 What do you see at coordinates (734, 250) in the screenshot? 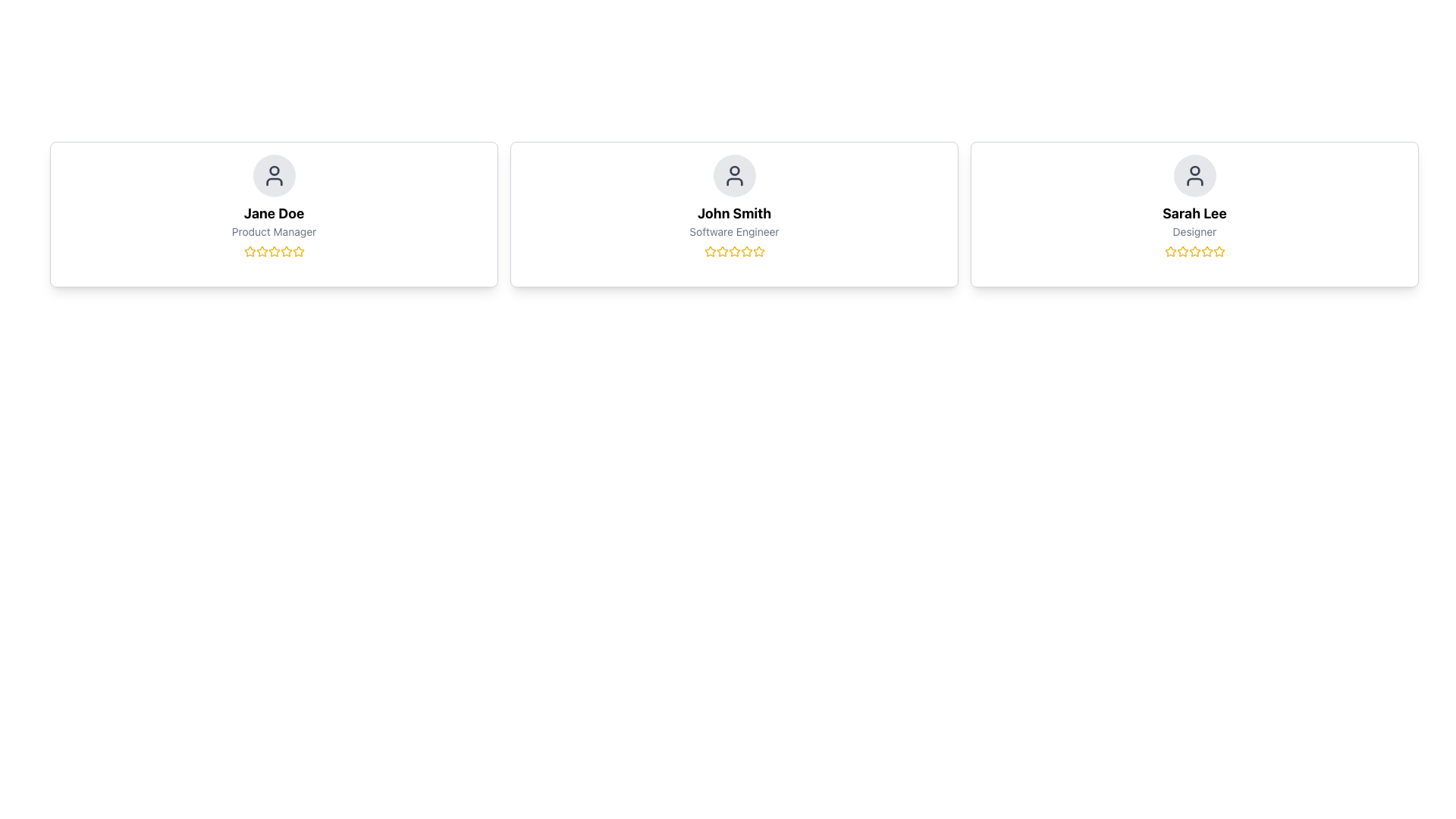
I see `the third star in the rating system under the 'John Smith' profile card` at bounding box center [734, 250].